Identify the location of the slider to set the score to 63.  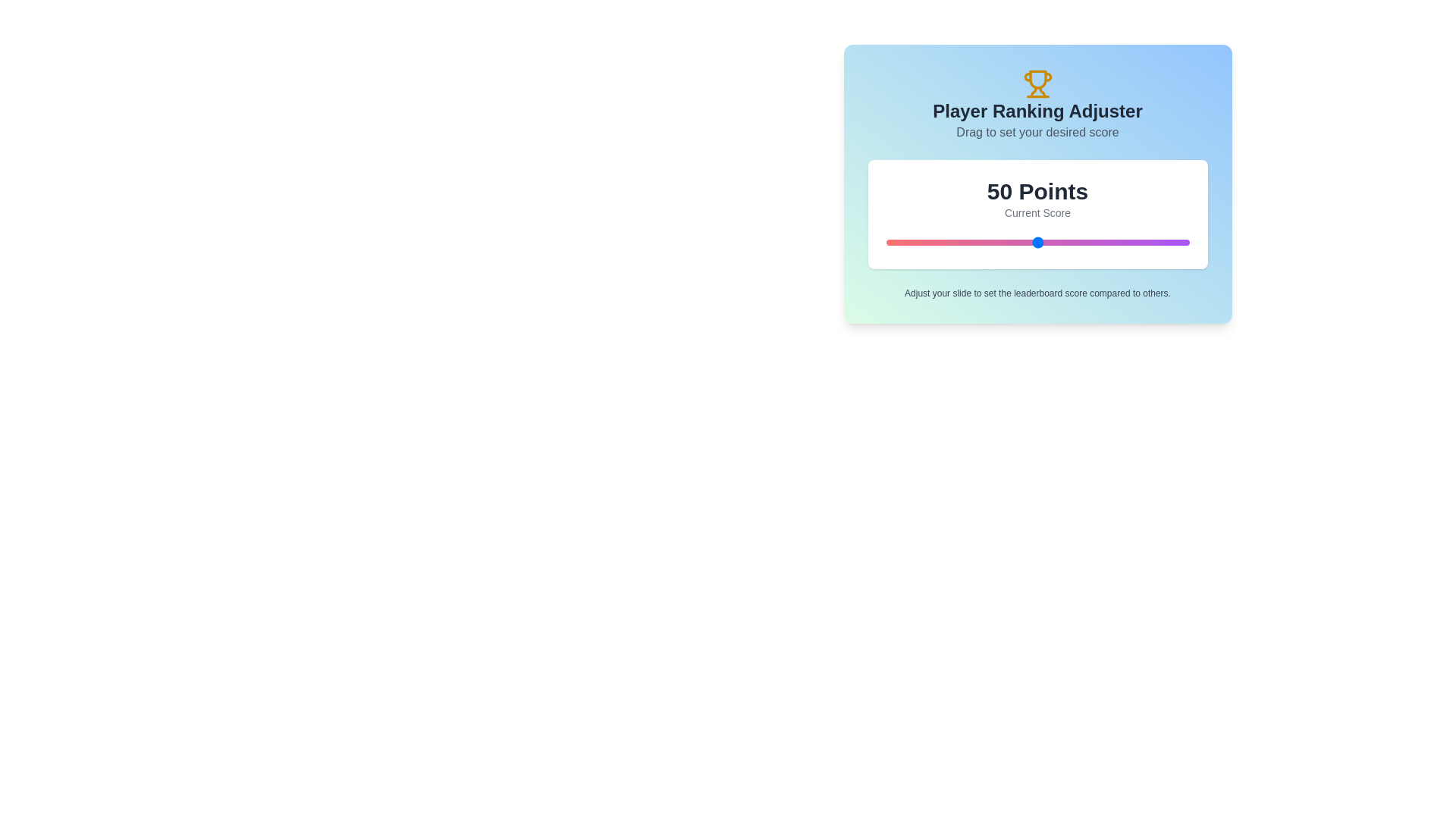
(1076, 242).